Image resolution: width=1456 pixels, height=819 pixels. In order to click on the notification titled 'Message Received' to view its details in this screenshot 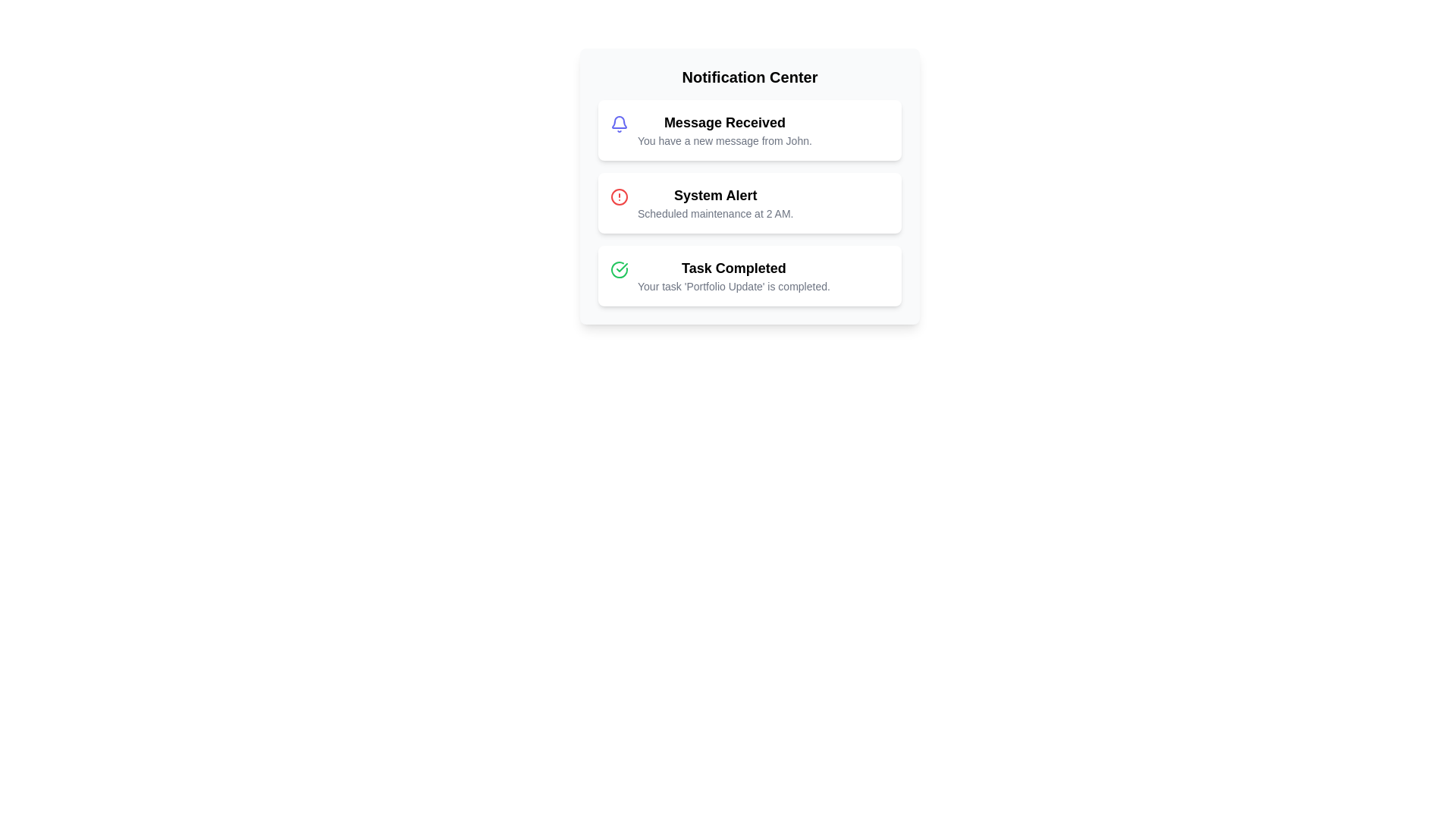, I will do `click(749, 130)`.